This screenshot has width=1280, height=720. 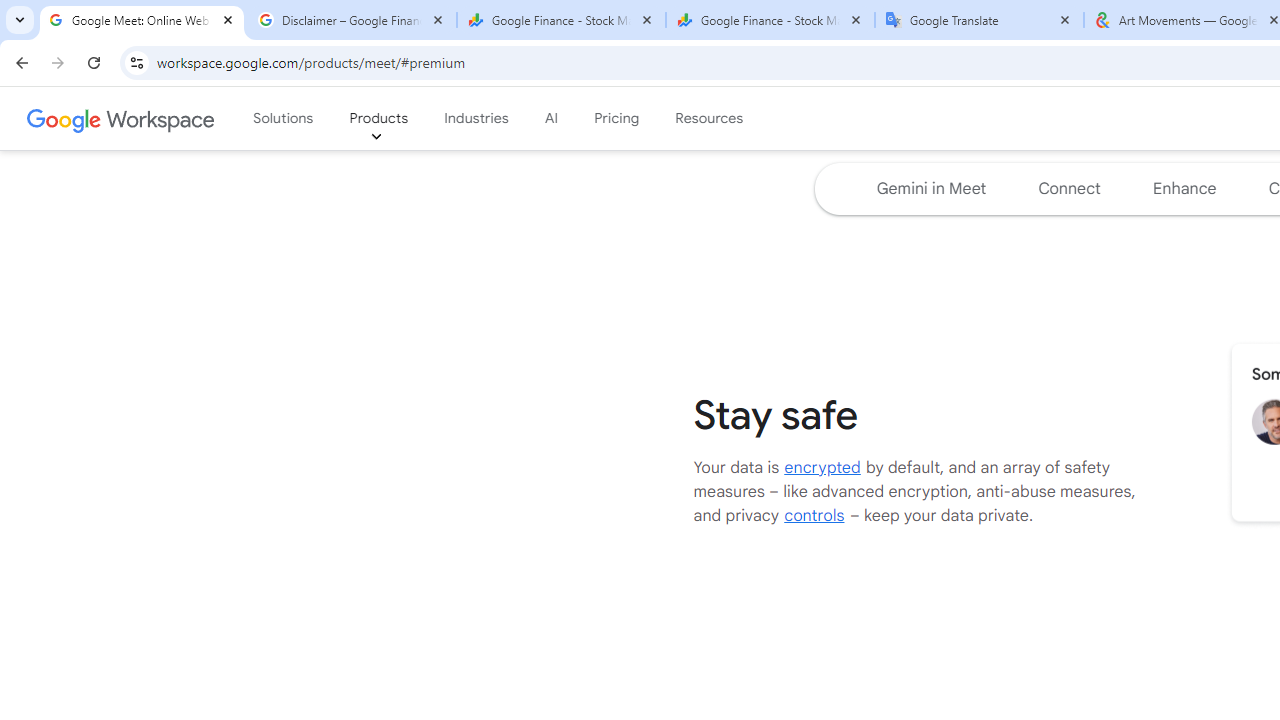 What do you see at coordinates (822, 467) in the screenshot?
I see `'encrypted'` at bounding box center [822, 467].